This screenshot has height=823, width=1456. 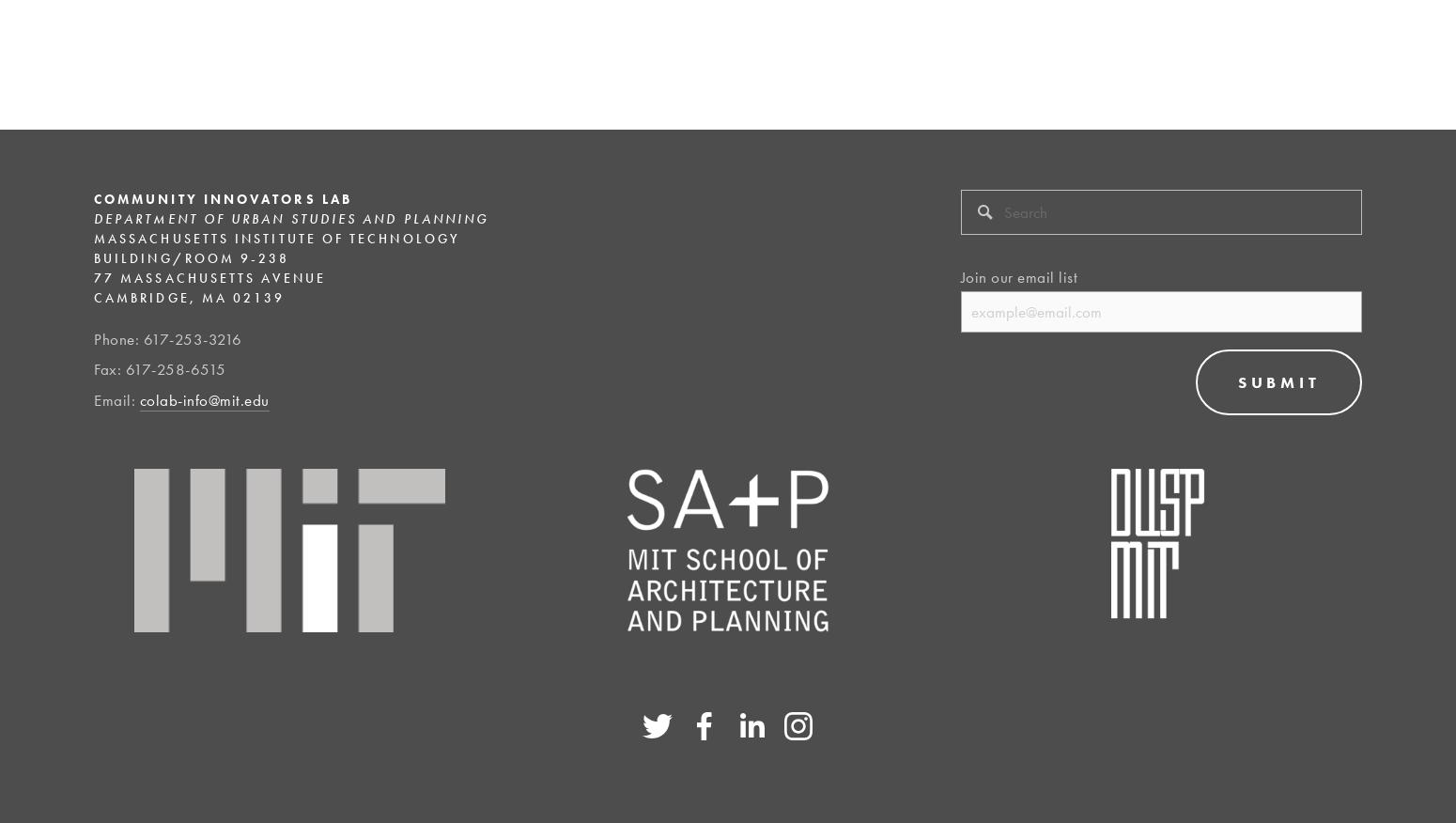 I want to click on 'Massachusetts Institute of Technology', so click(x=276, y=236).